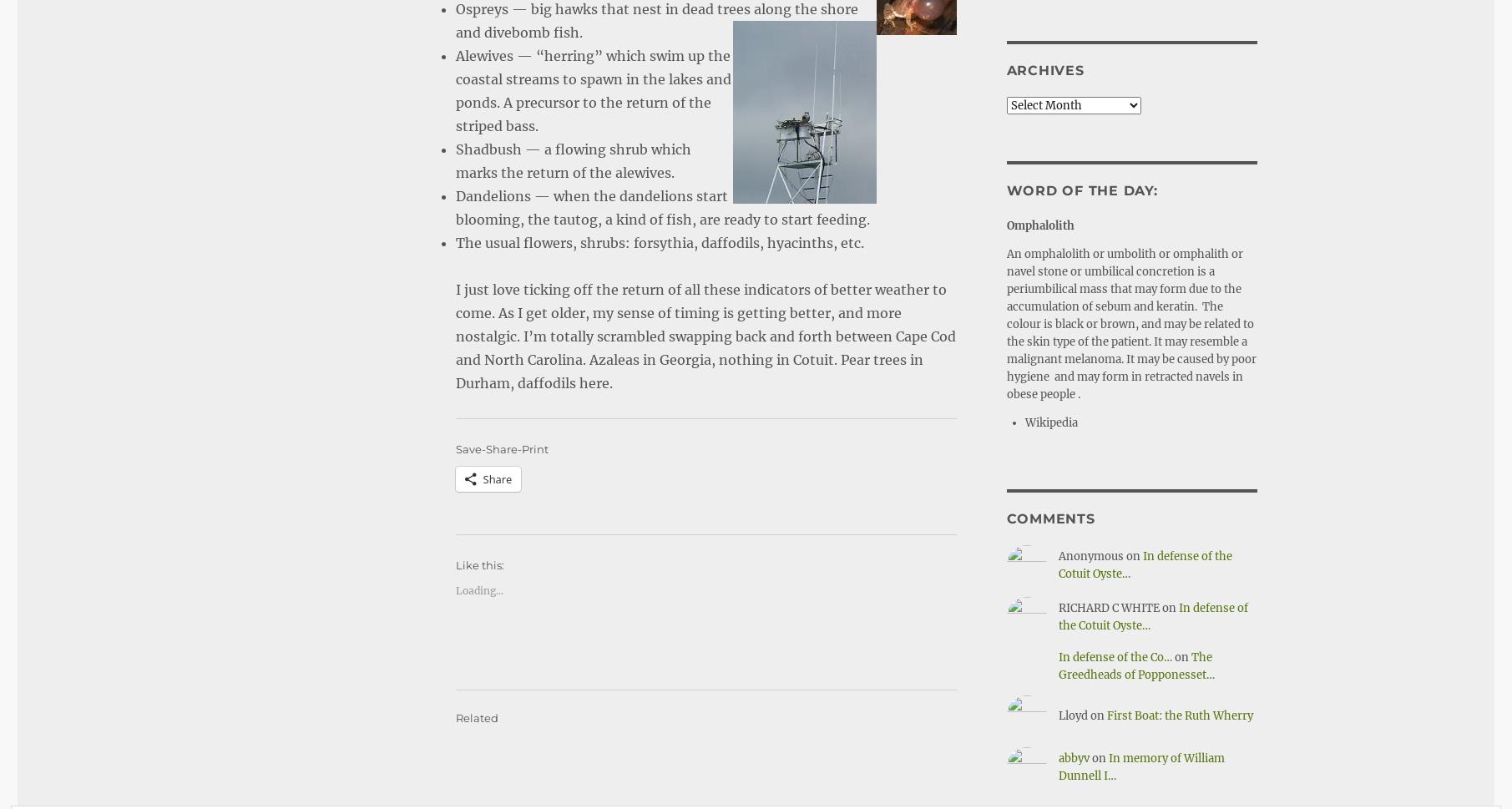  I want to click on 'RICHARD C WHITE on', so click(1057, 608).